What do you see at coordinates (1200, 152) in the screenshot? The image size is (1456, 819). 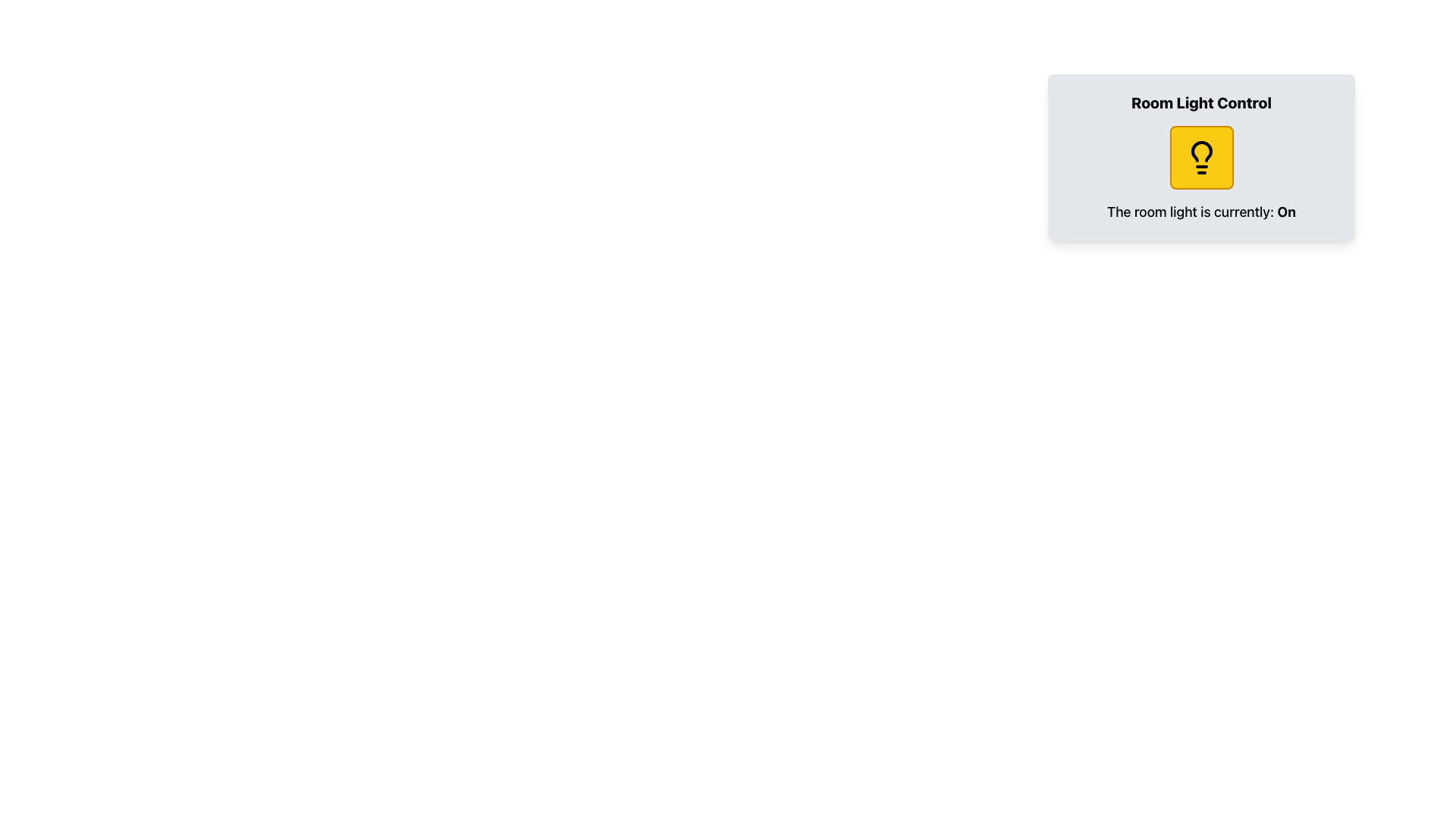 I see `the upper filament section of the lightbulb icon within the yellow circular background, located in the middle of the widget below the text 'Room Light Control'` at bounding box center [1200, 152].